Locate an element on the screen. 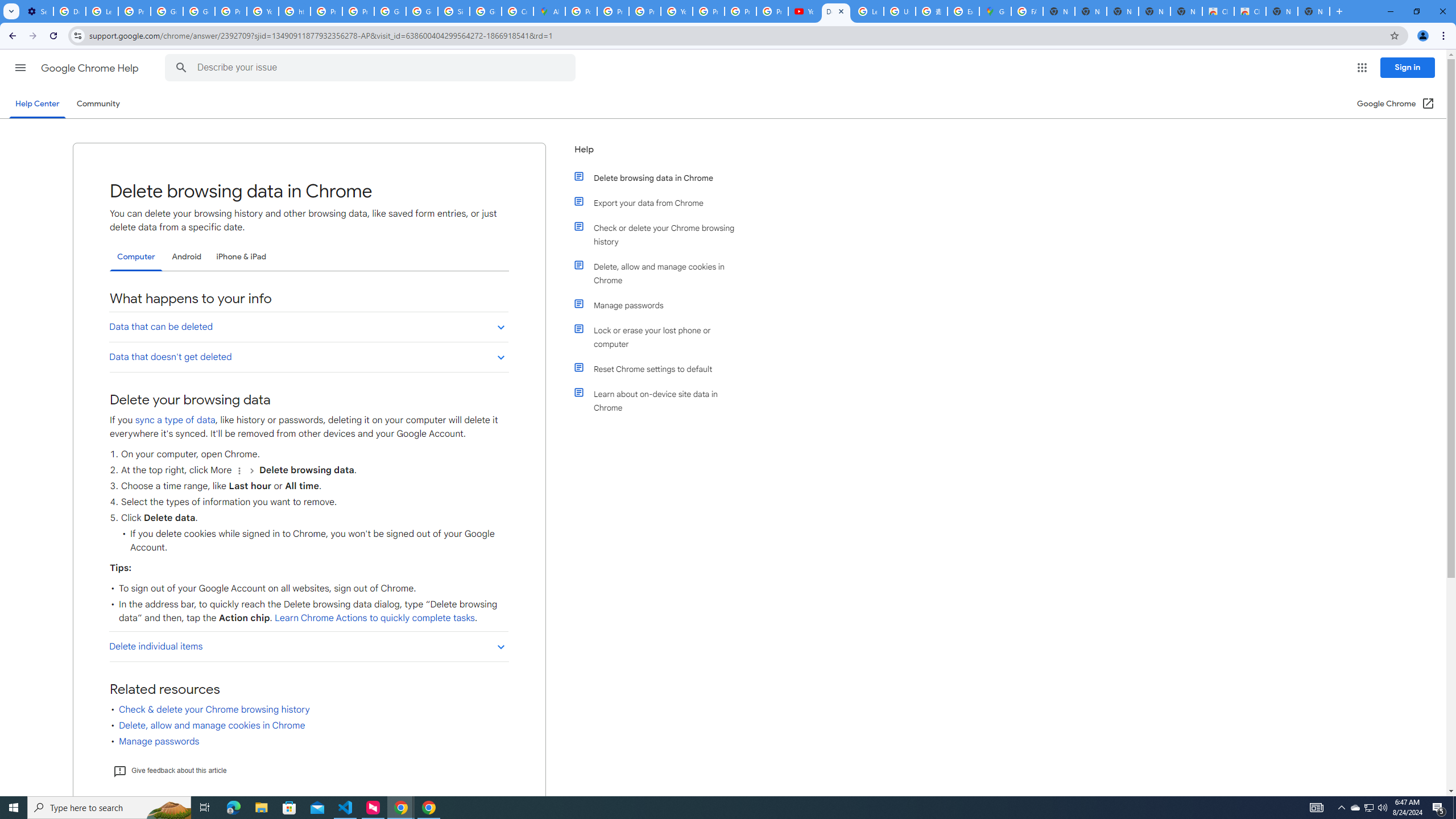 The height and width of the screenshot is (819, 1456). 'Check & delete your Chrome browsing history' is located at coordinates (214, 710).